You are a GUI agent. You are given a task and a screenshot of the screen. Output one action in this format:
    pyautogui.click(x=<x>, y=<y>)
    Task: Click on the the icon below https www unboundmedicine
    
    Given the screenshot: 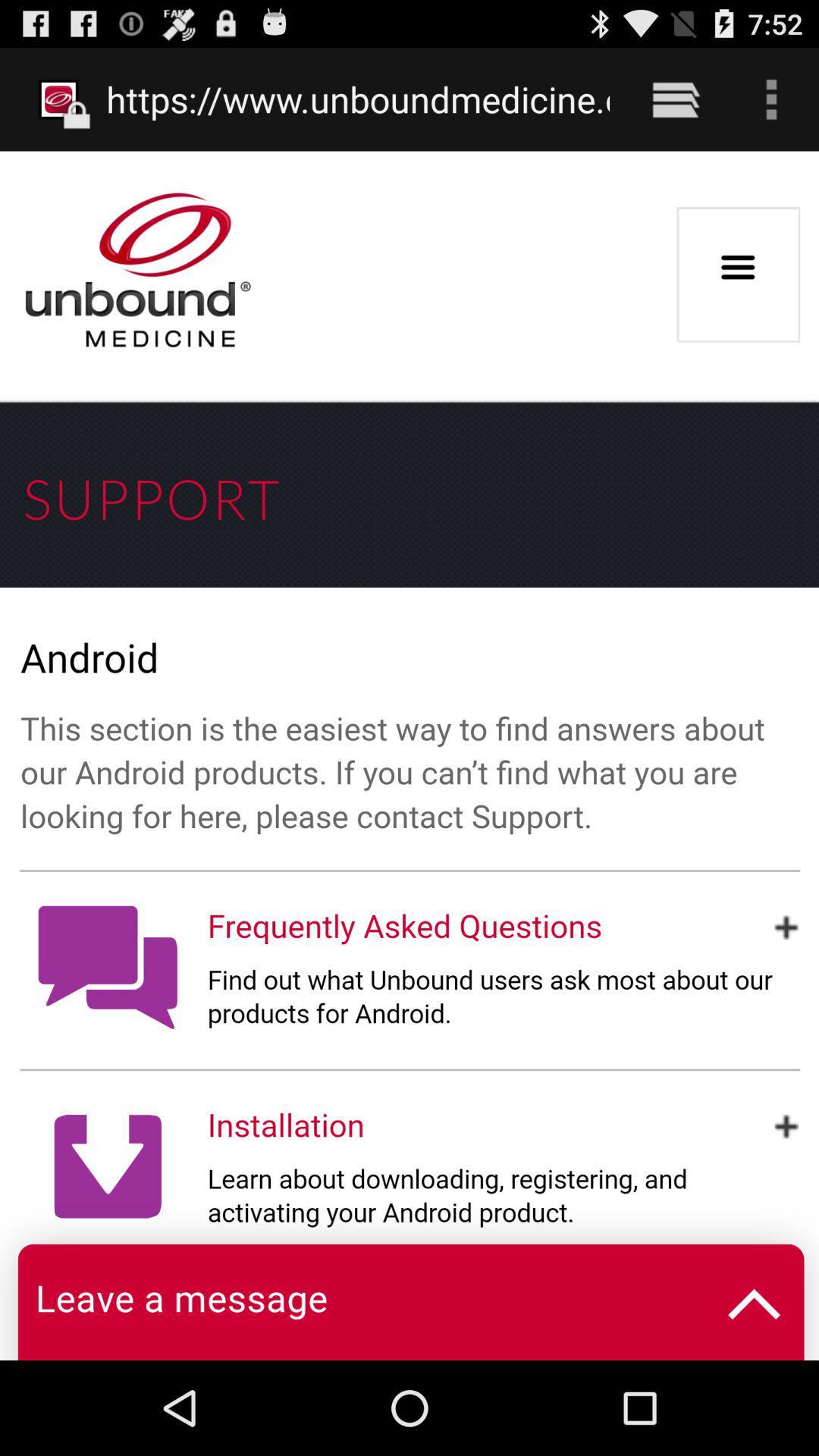 What is the action you would take?
    pyautogui.click(x=409, y=755)
    